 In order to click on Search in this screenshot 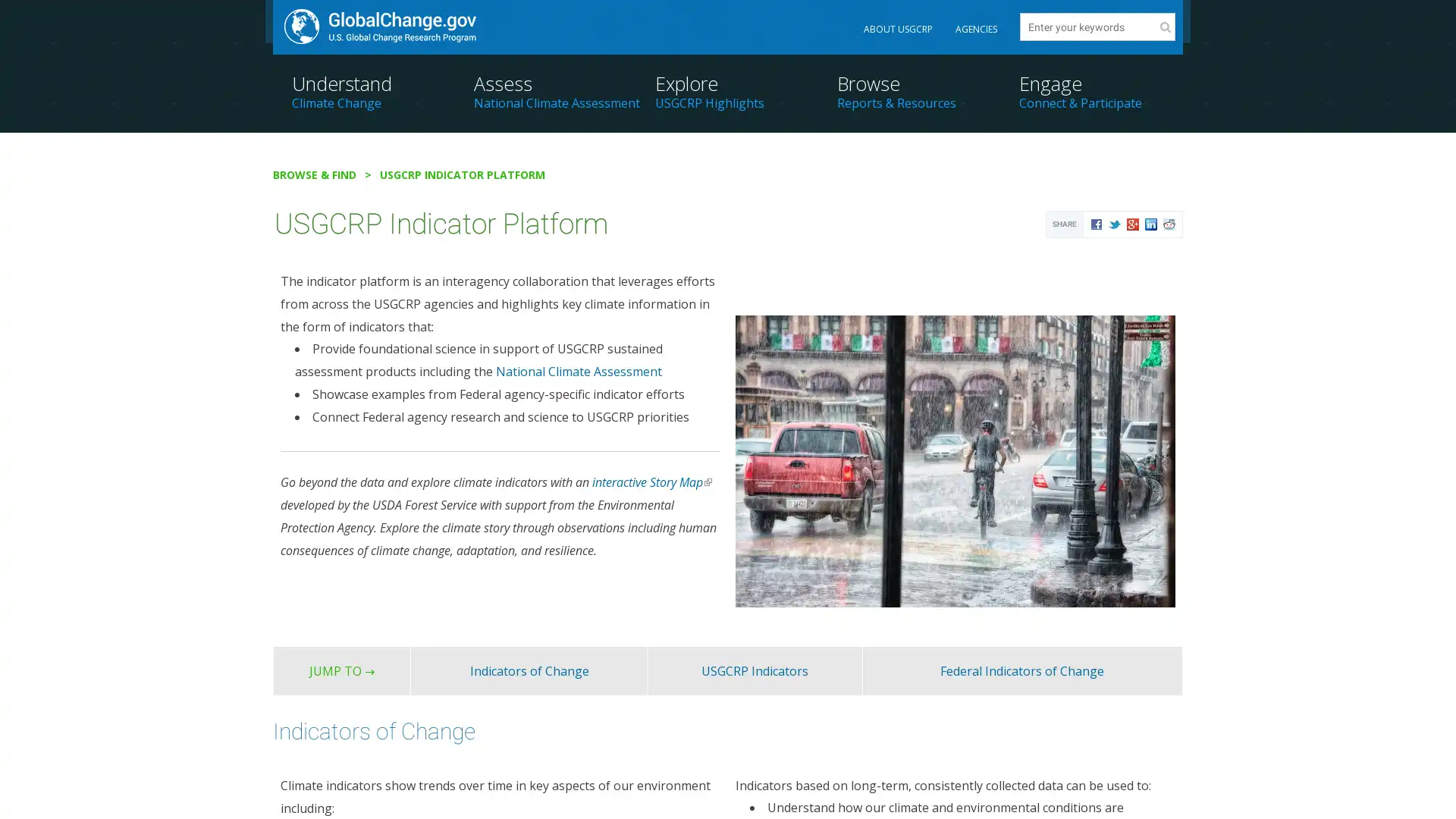, I will do `click(1164, 27)`.